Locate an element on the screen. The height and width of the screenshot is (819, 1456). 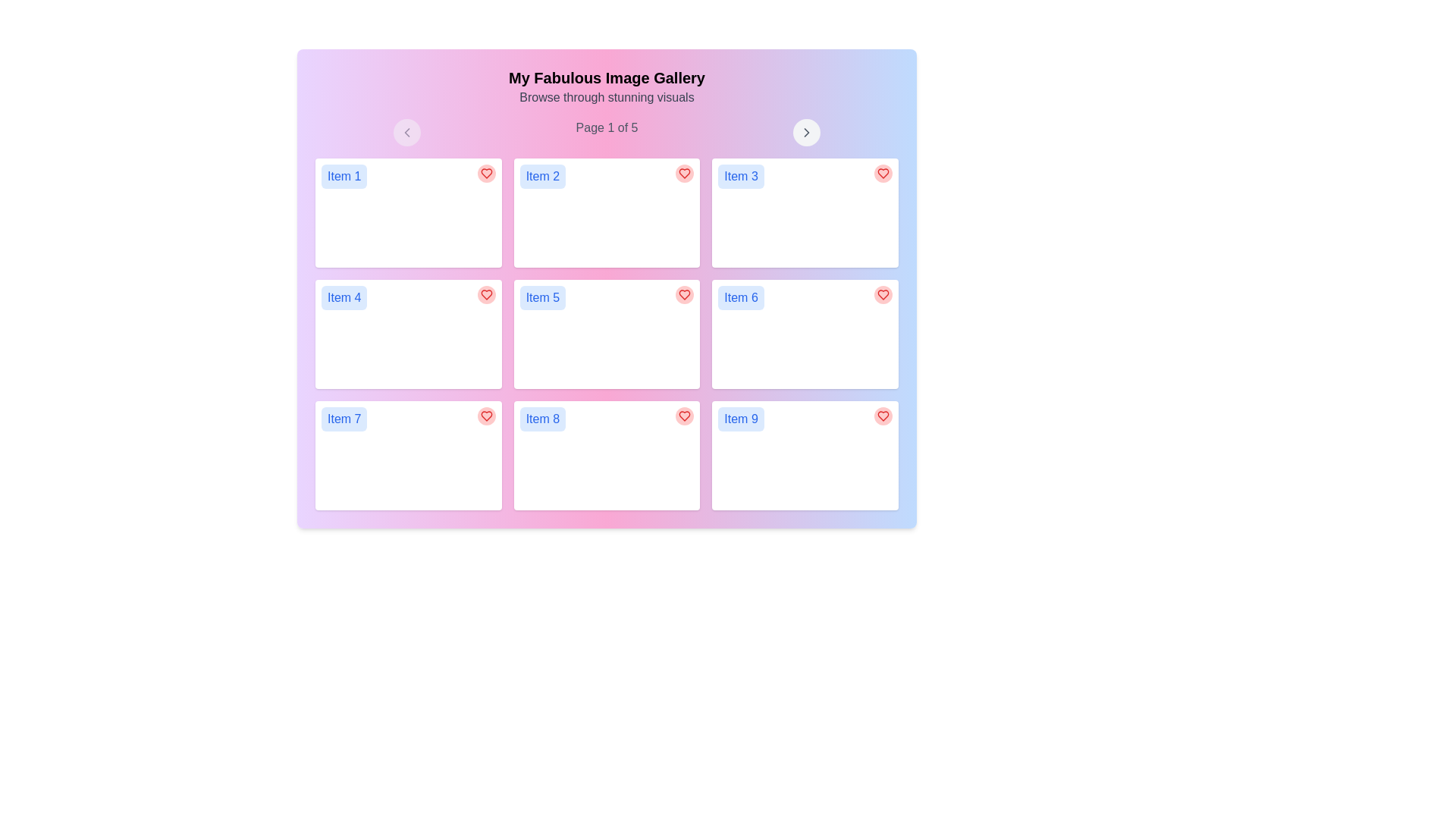
the 'like' or 'favorite' icon located in the top-right corner of the grid item labeled 'Item 5' within the SVG graphic in the image gallery is located at coordinates (684, 295).